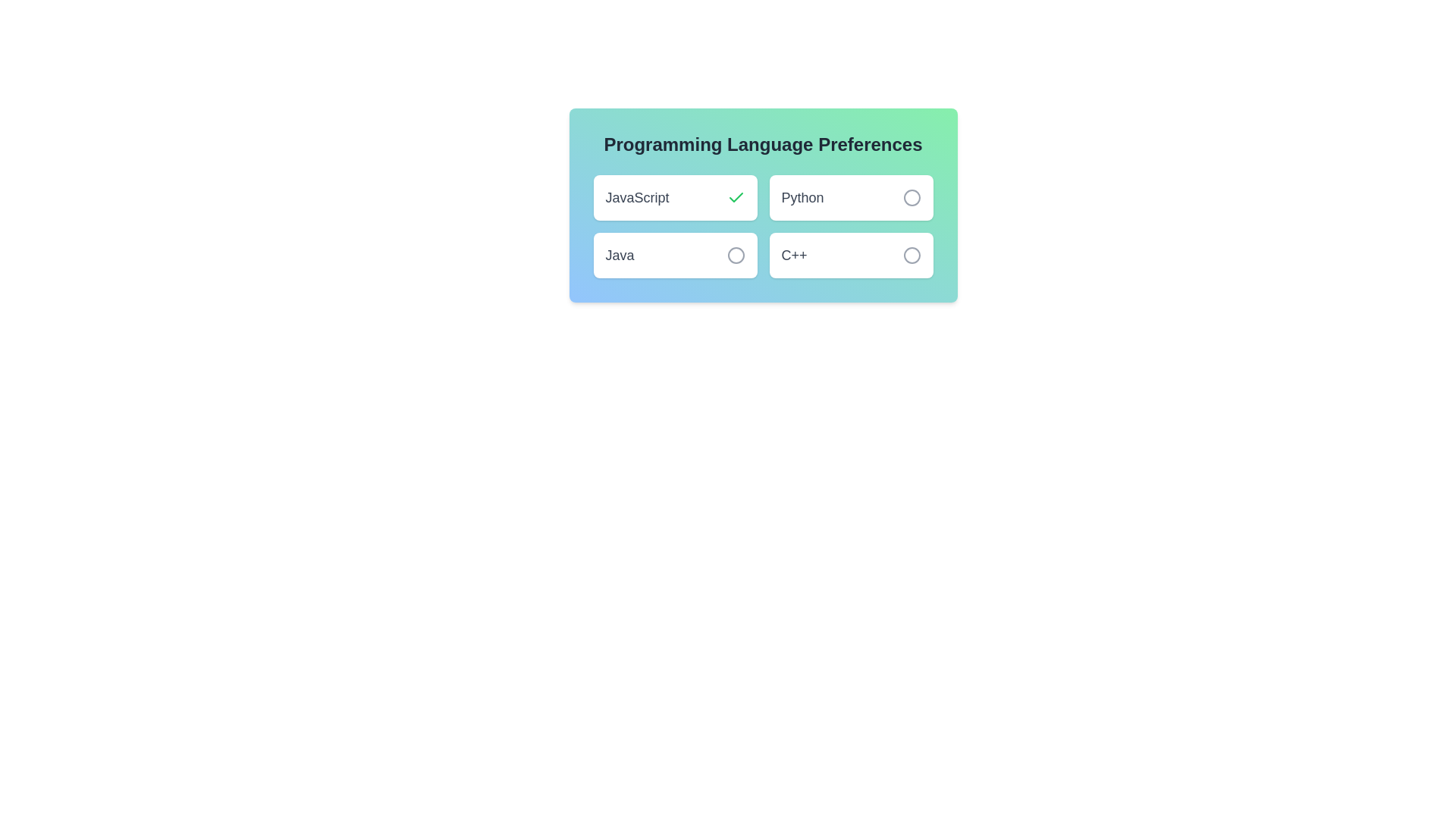  I want to click on the language JavaScript by clicking its associated button, so click(736, 197).